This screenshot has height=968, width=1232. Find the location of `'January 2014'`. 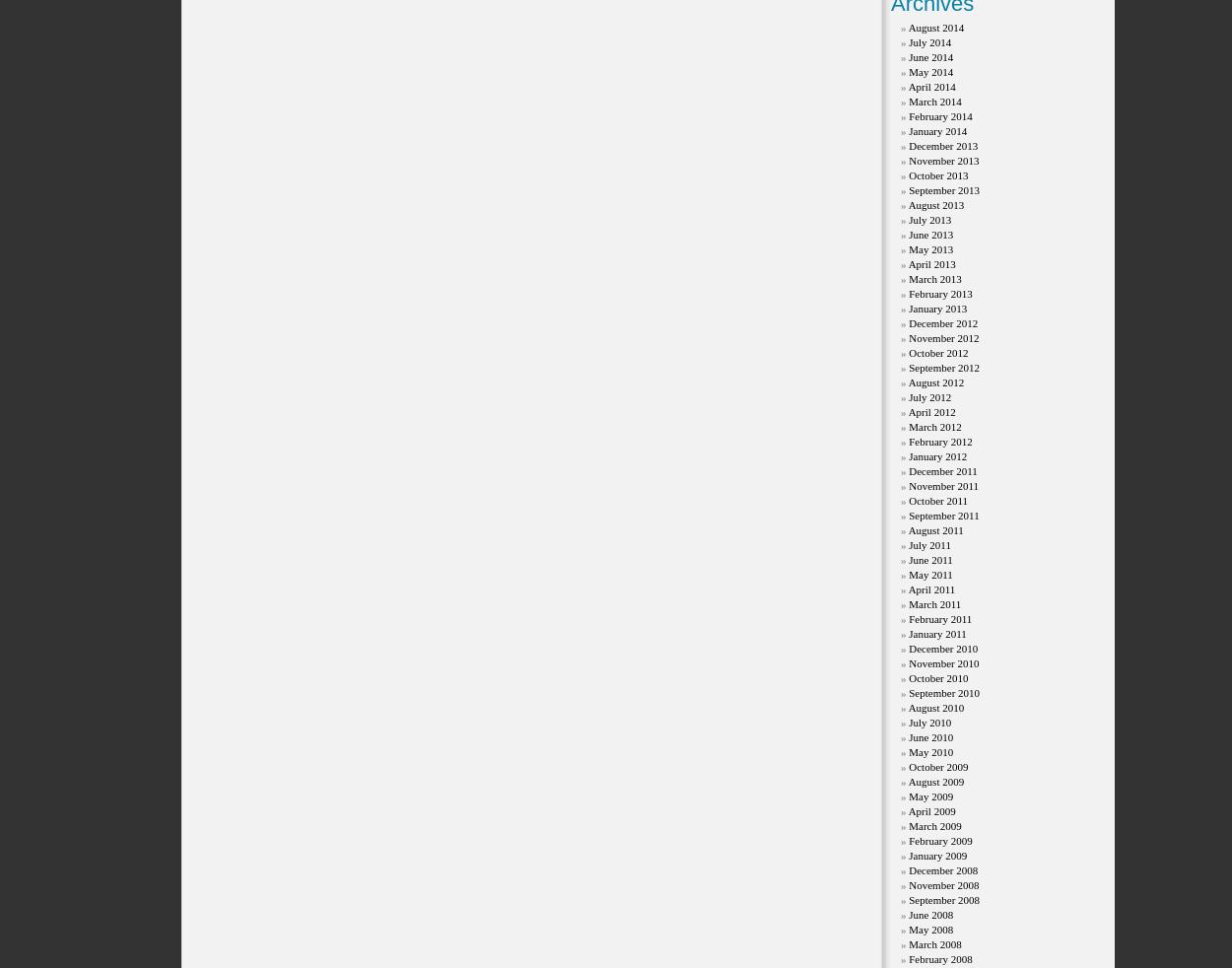

'January 2014' is located at coordinates (936, 129).